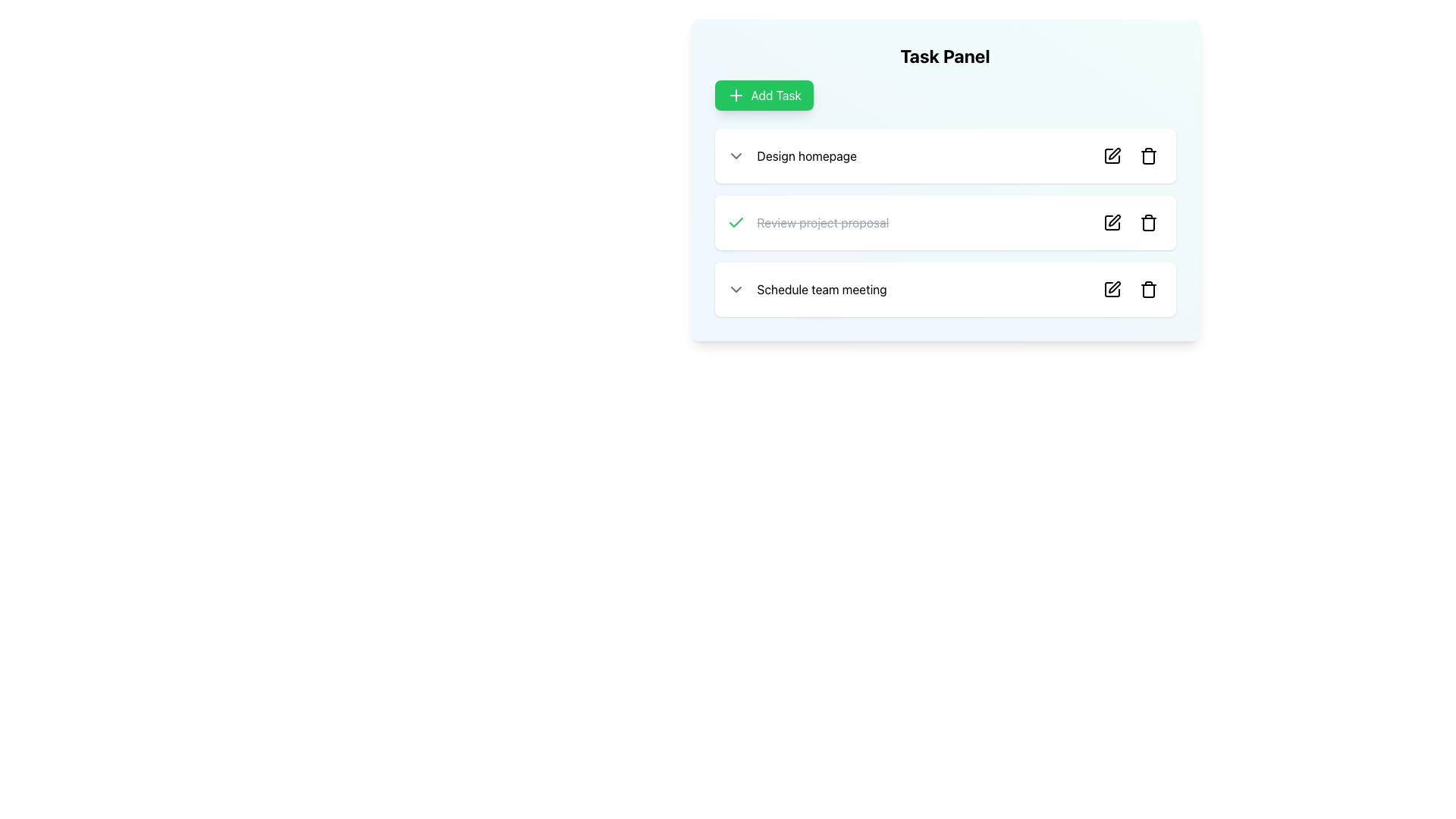  What do you see at coordinates (736, 96) in the screenshot?
I see `the SVG Icon (Plus Sign) located inside the green 'Add Task' button` at bounding box center [736, 96].